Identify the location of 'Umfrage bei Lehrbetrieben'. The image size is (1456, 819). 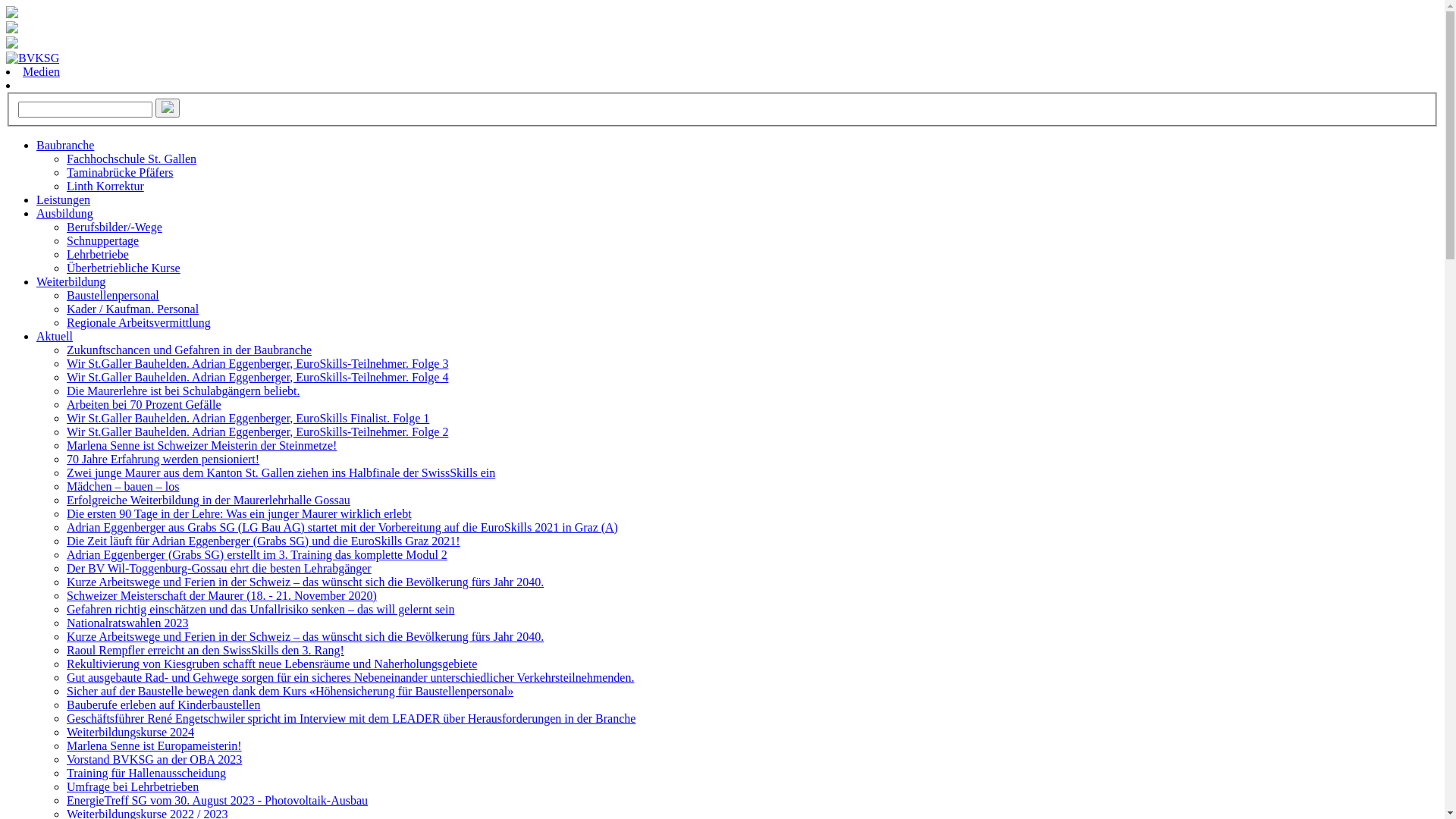
(132, 786).